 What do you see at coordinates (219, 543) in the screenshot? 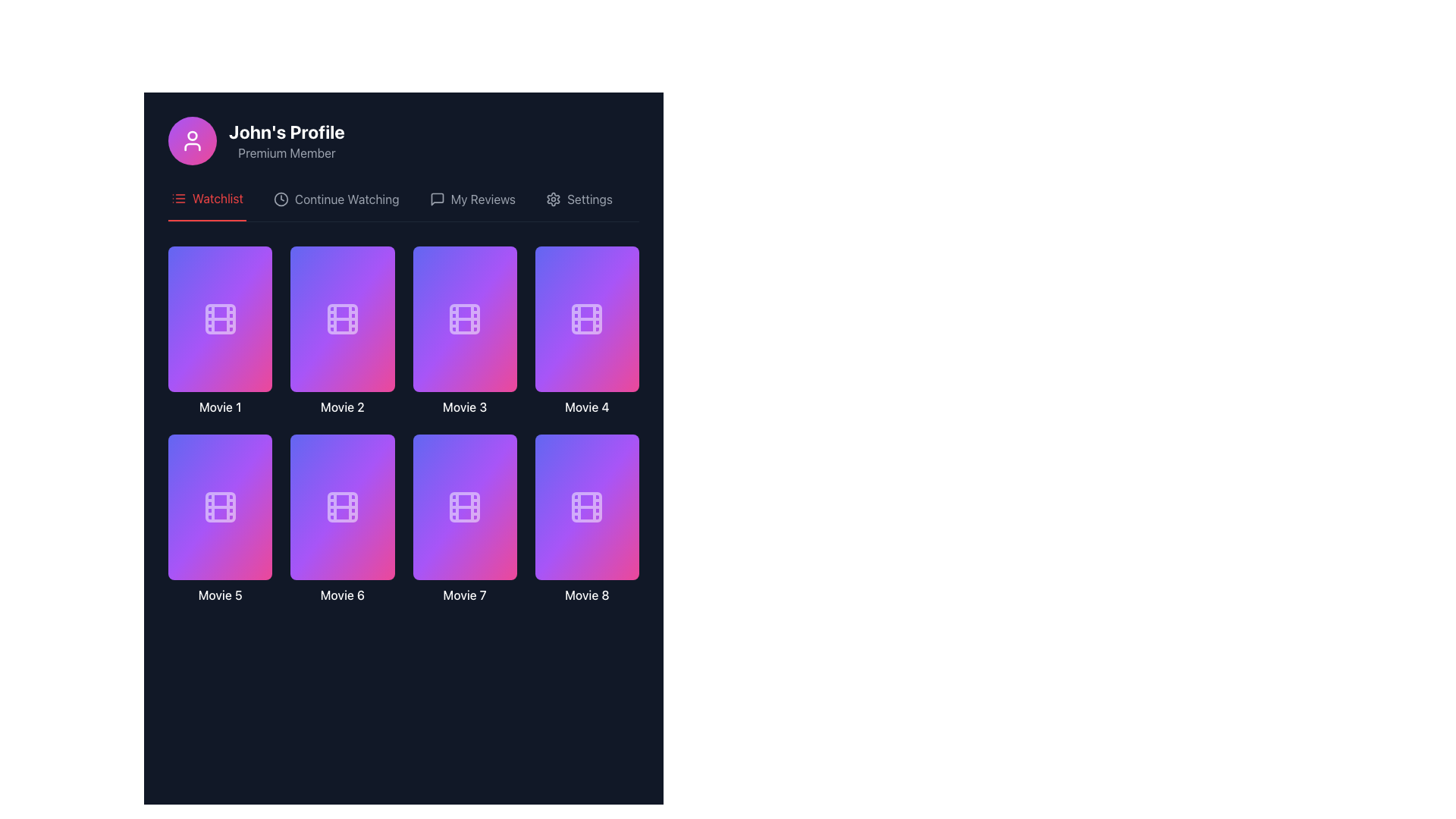
I see `the group of interactive buttons containing the heart and eye icons located at the bottom of the 'Movie 5' card` at bounding box center [219, 543].